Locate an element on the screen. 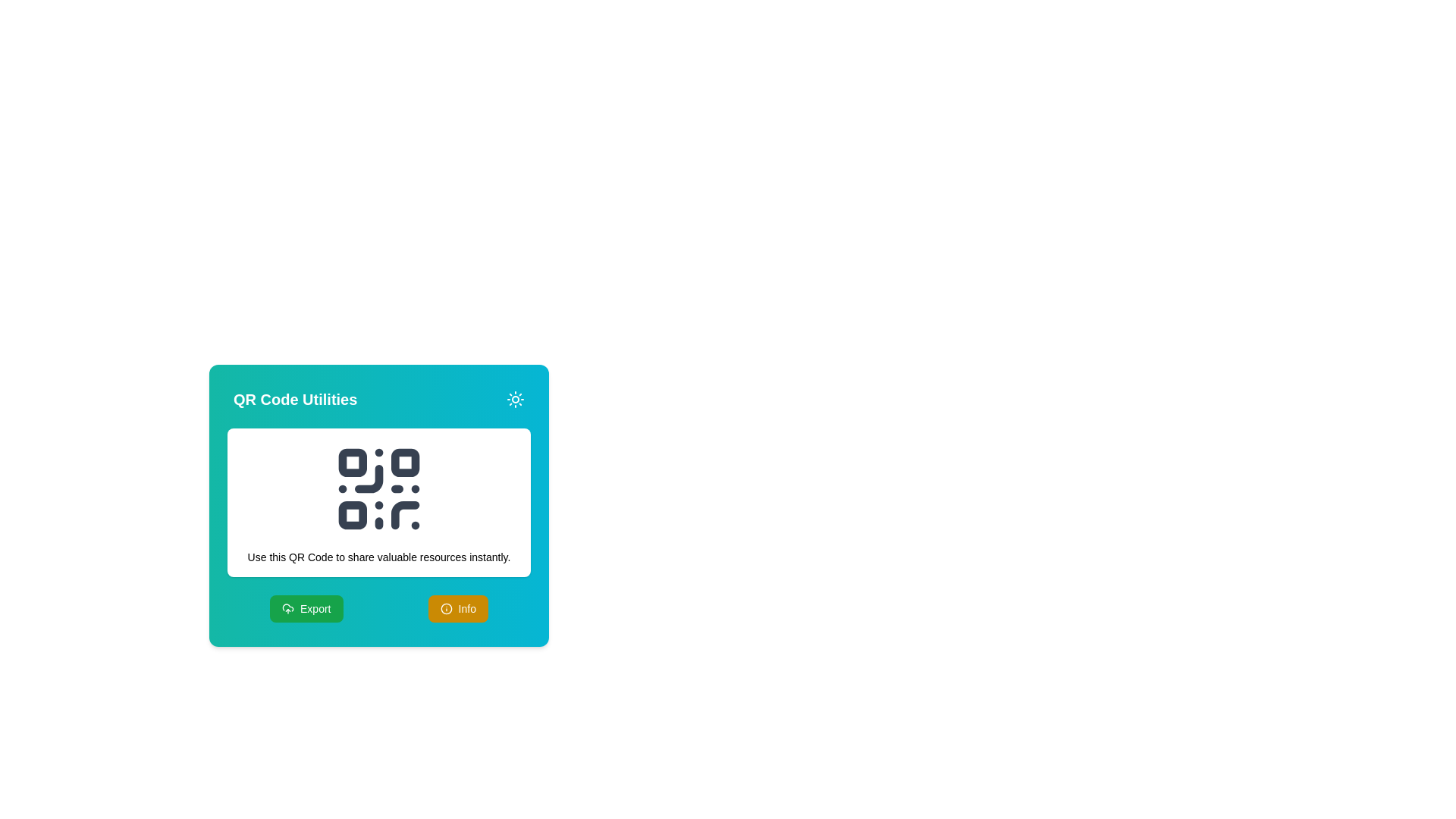 The width and height of the screenshot is (1456, 819). the buttons in the Interactive button group located at the bottom of the 'QR Code Utilities' widget is located at coordinates (378, 607).